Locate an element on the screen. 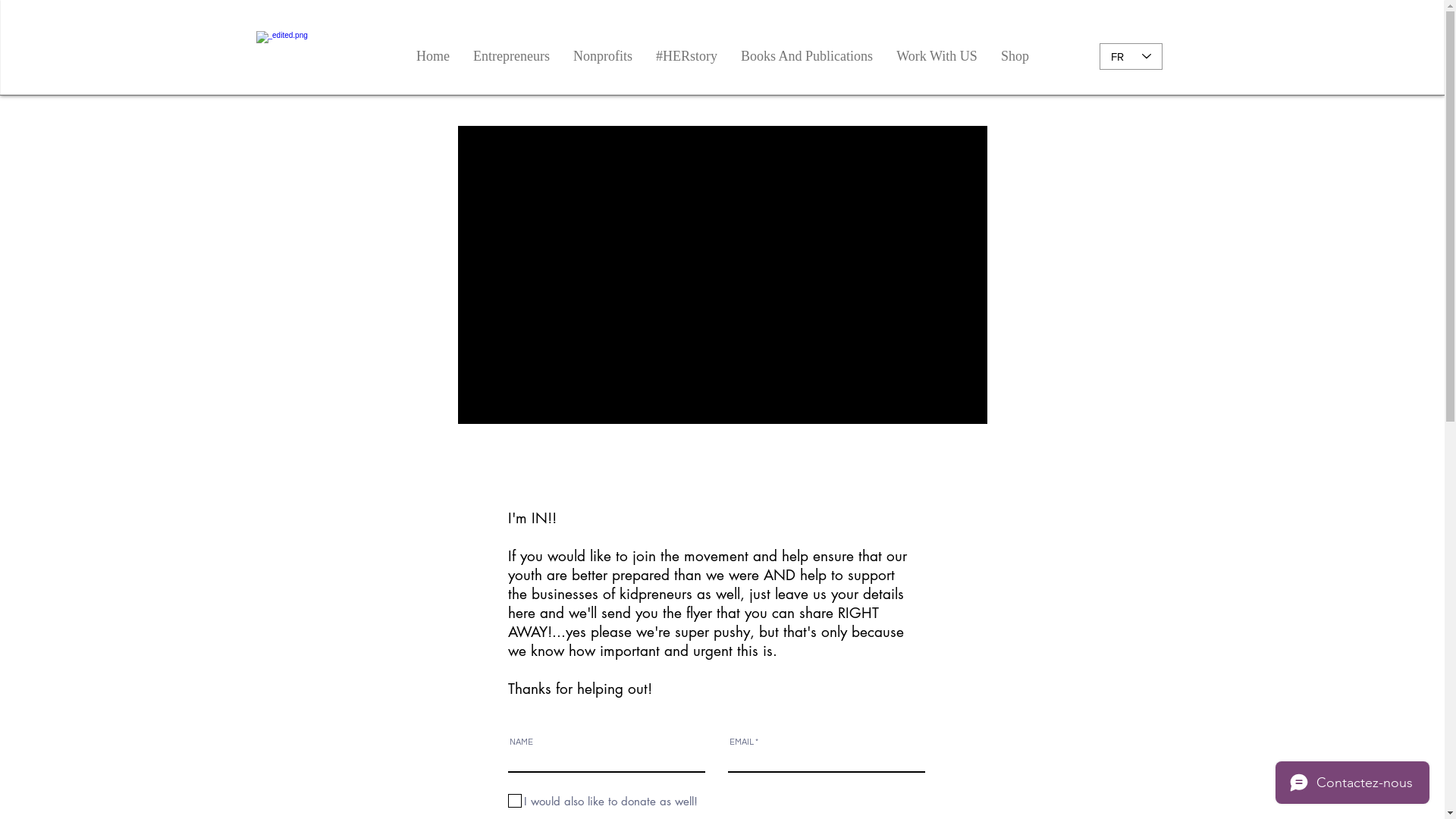 The height and width of the screenshot is (819, 1456). 'Work With US' is located at coordinates (935, 55).